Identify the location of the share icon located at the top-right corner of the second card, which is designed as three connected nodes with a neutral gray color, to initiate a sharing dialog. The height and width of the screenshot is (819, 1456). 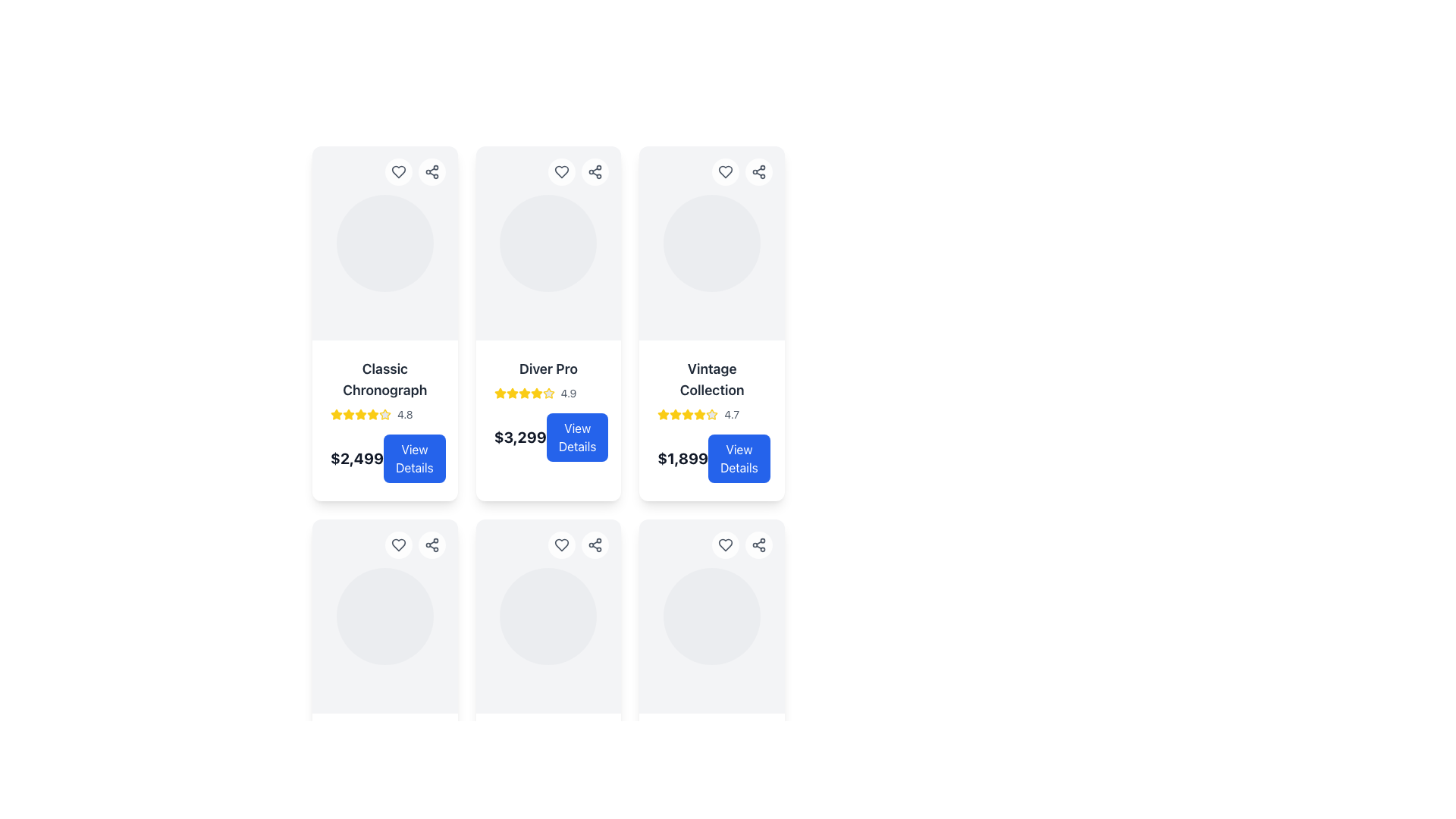
(595, 544).